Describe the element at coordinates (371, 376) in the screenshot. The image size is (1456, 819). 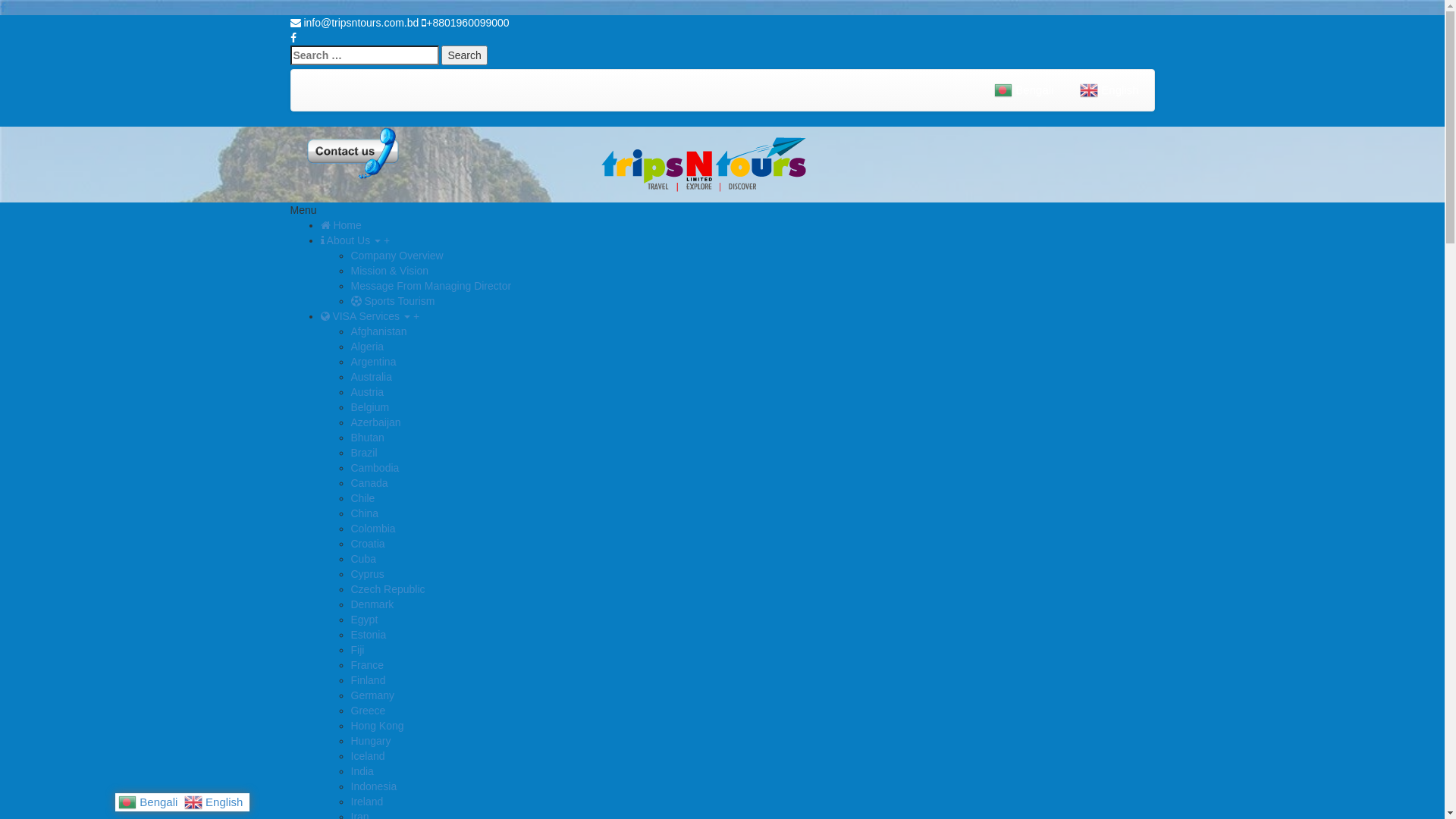
I see `'Australia'` at that location.